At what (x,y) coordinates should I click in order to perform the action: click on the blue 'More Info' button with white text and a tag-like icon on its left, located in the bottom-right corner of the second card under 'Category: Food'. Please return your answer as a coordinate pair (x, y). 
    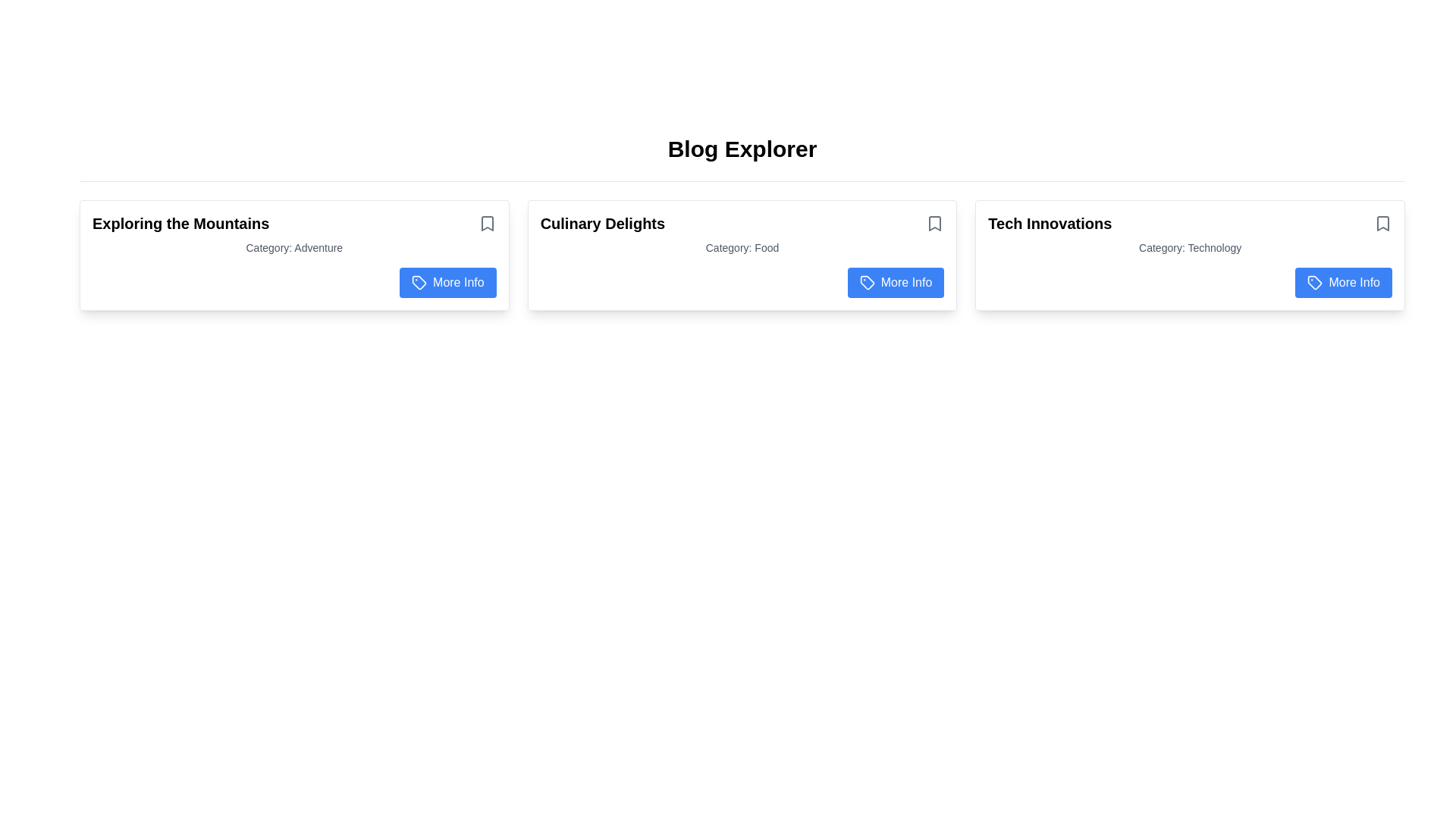
    Looking at the image, I should click on (896, 283).